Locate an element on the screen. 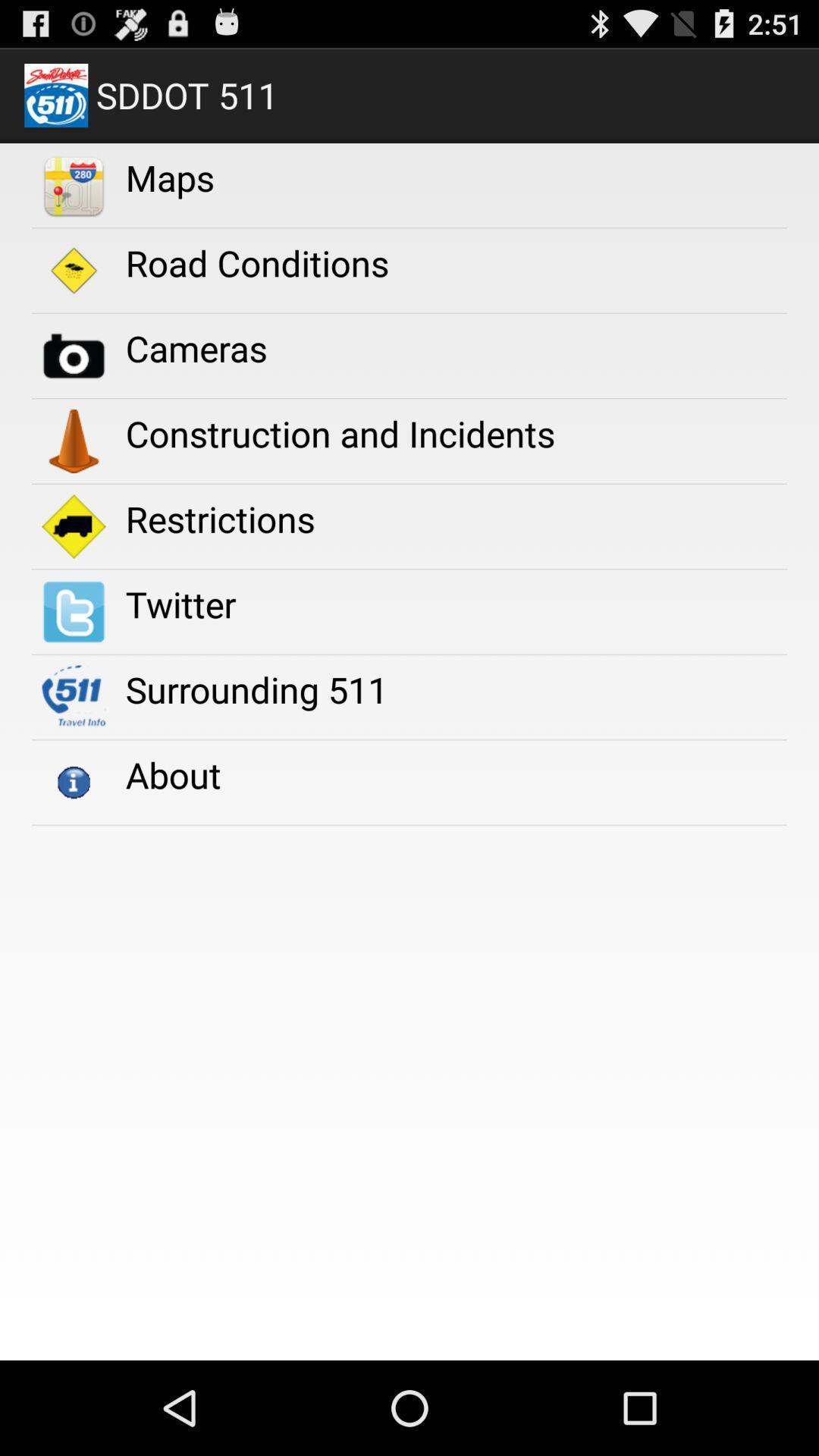 This screenshot has height=1456, width=819. surrounding 511 icon is located at coordinates (256, 689).